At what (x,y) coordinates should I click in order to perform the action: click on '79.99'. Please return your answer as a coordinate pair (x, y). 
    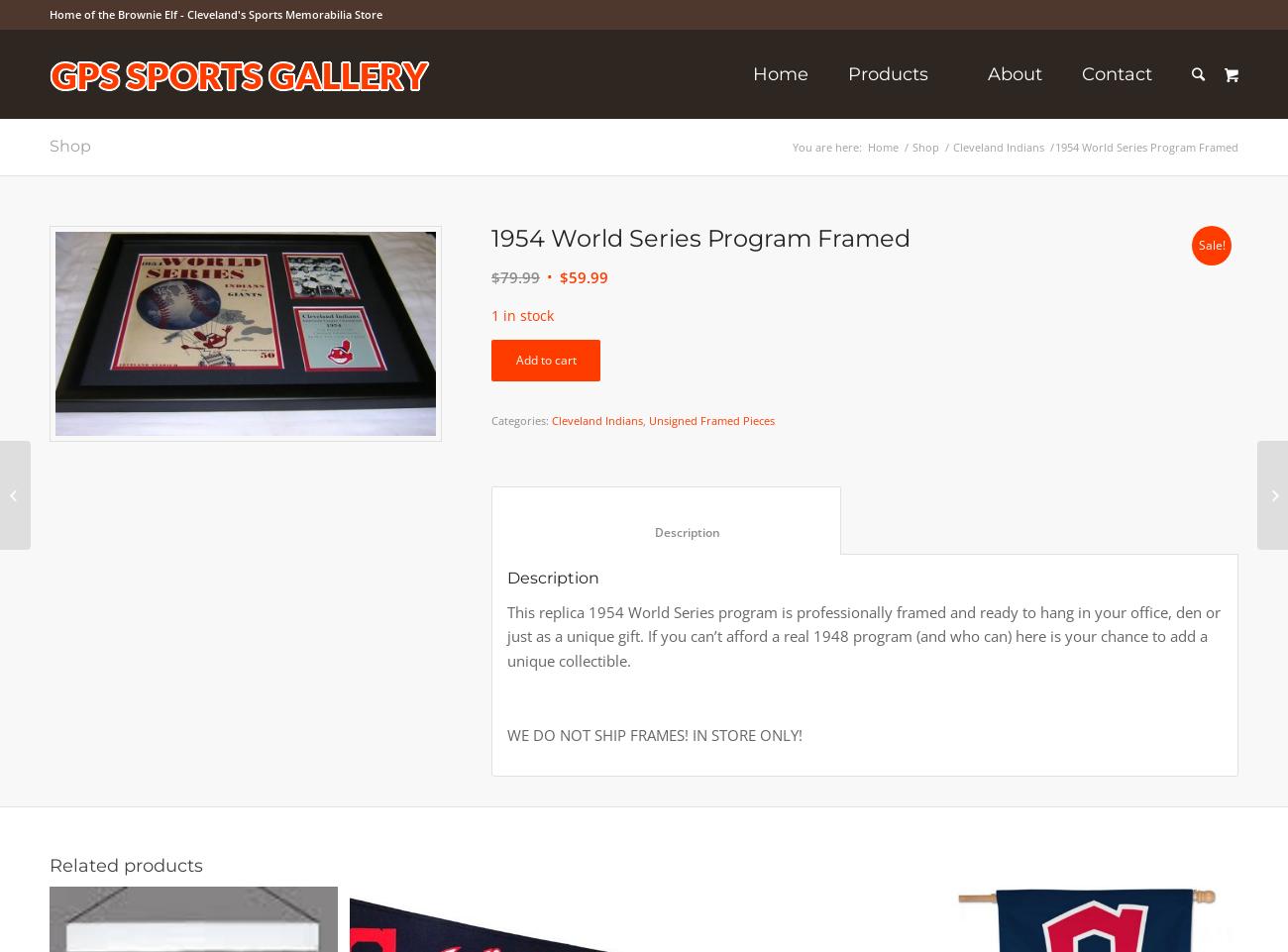
    Looking at the image, I should click on (519, 277).